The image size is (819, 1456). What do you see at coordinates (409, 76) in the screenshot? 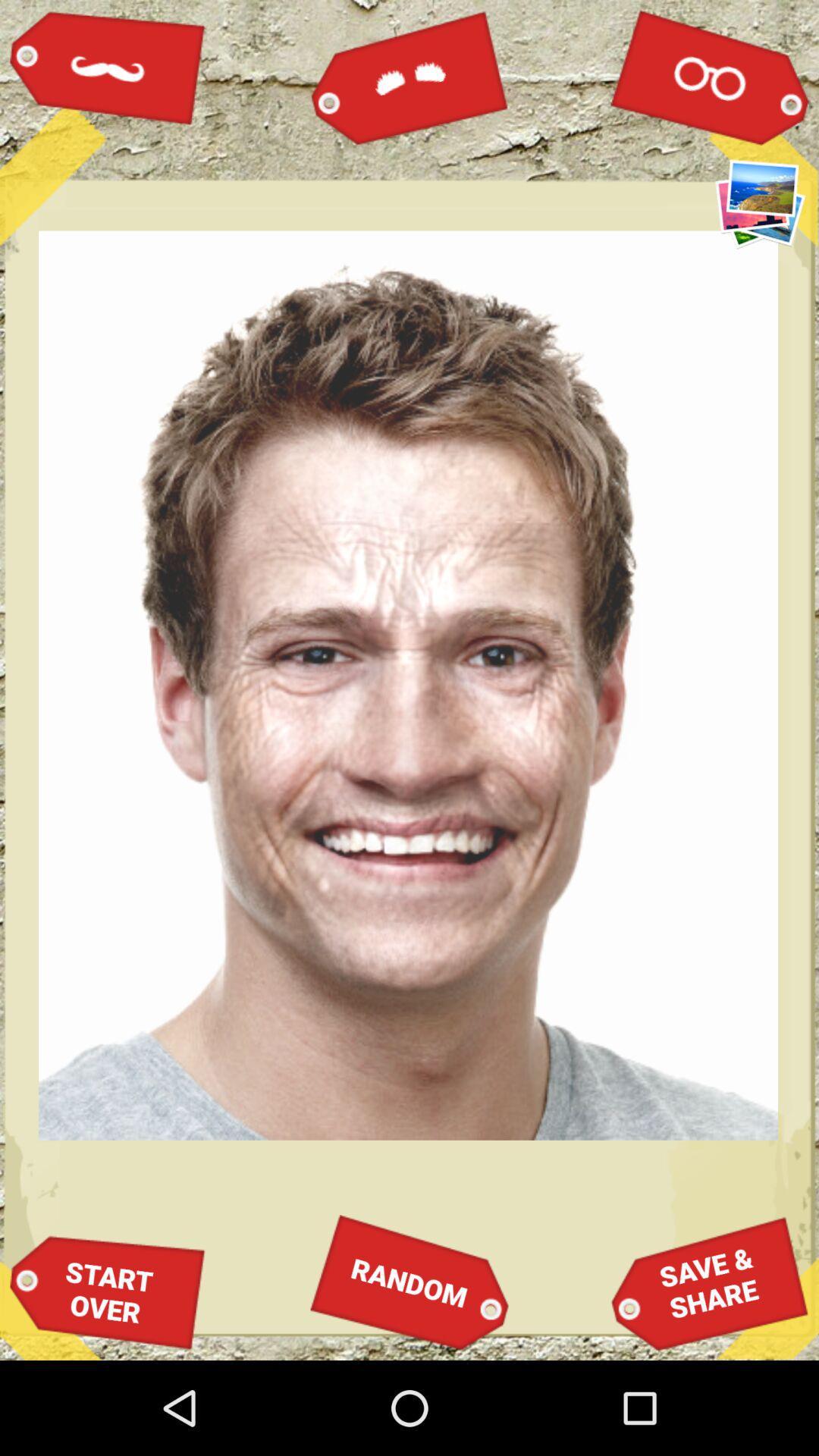
I see `the icon at the top` at bounding box center [409, 76].